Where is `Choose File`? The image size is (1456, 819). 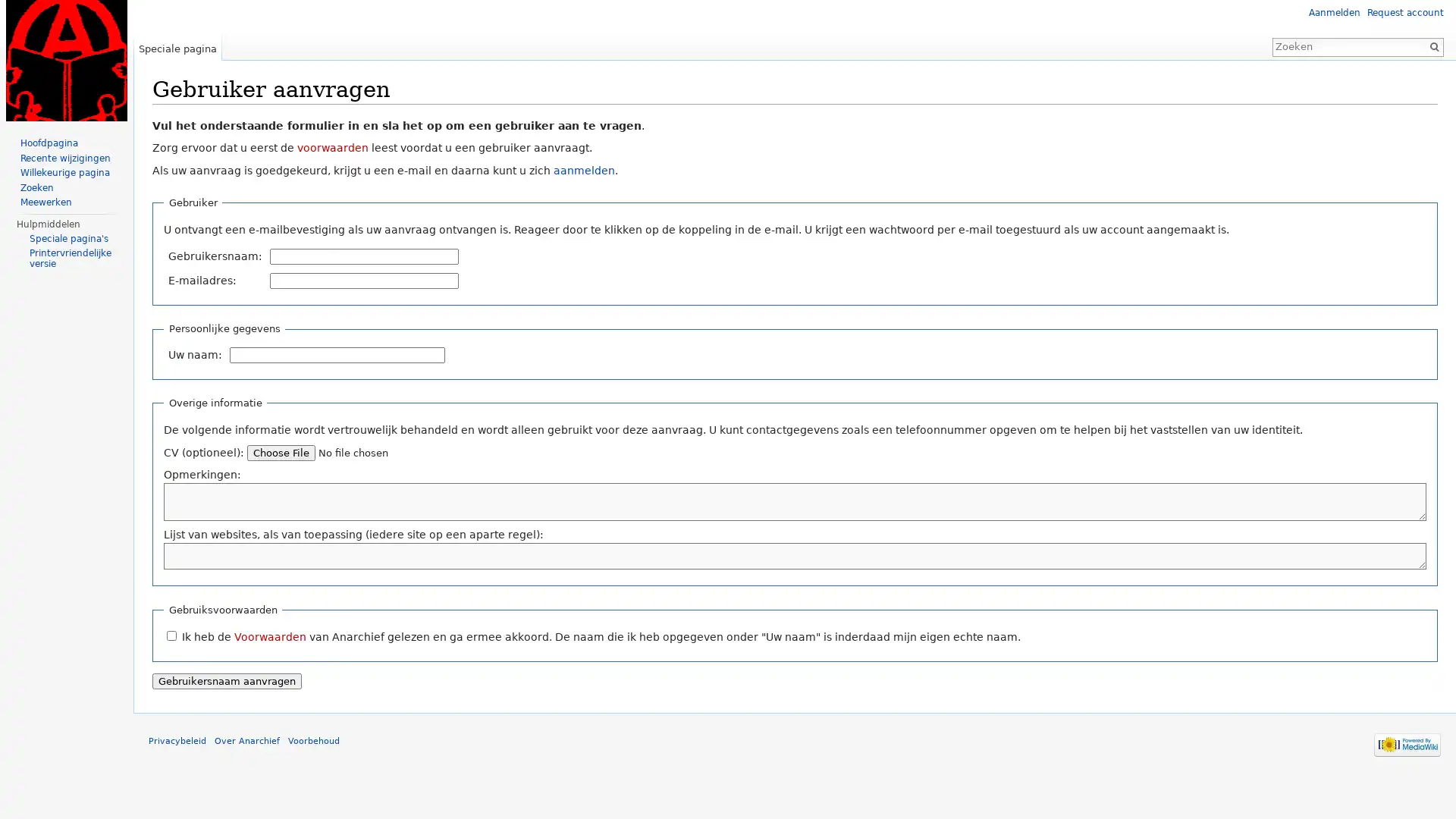 Choose File is located at coordinates (281, 451).